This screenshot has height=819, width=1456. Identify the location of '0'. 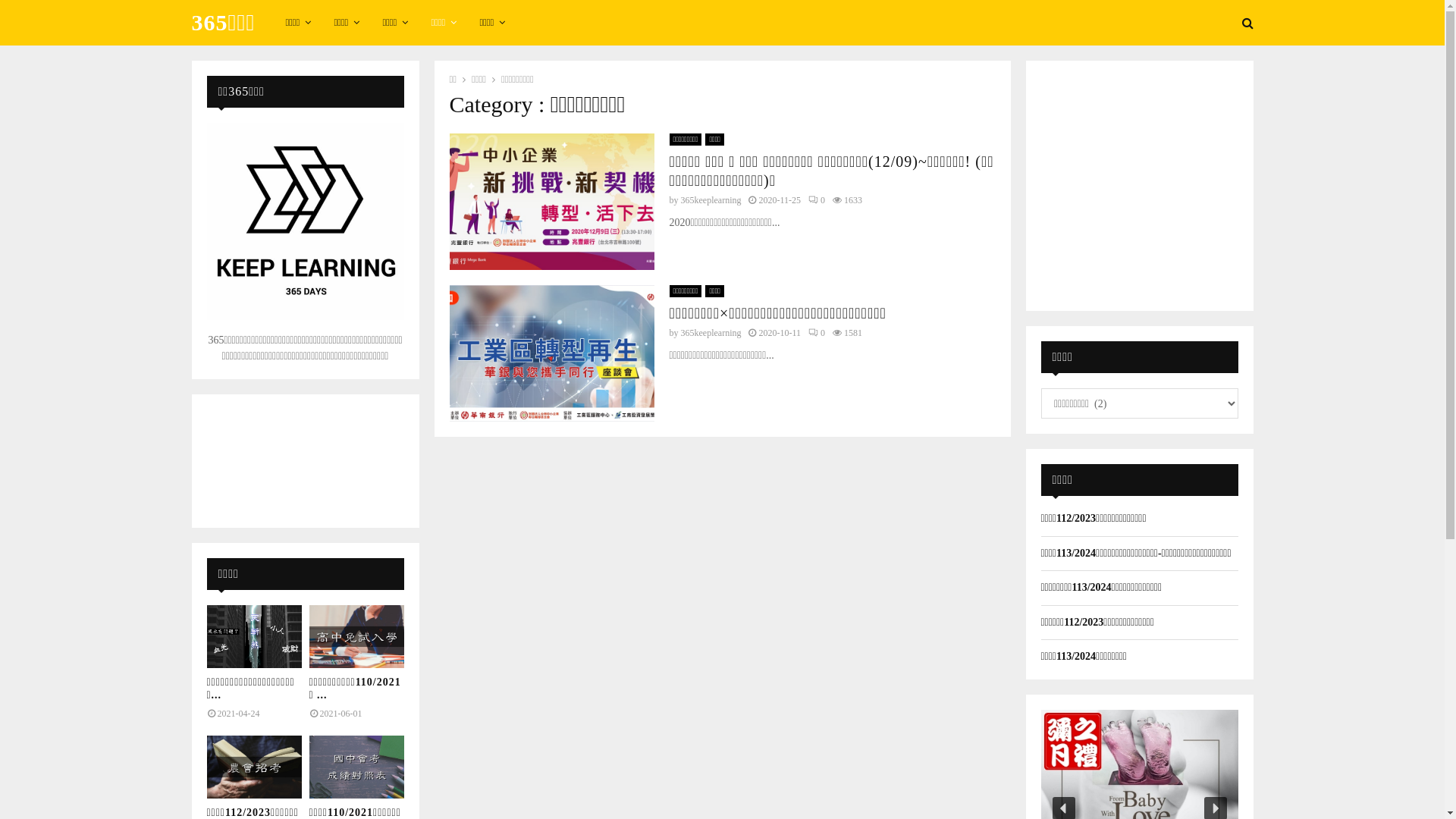
(815, 332).